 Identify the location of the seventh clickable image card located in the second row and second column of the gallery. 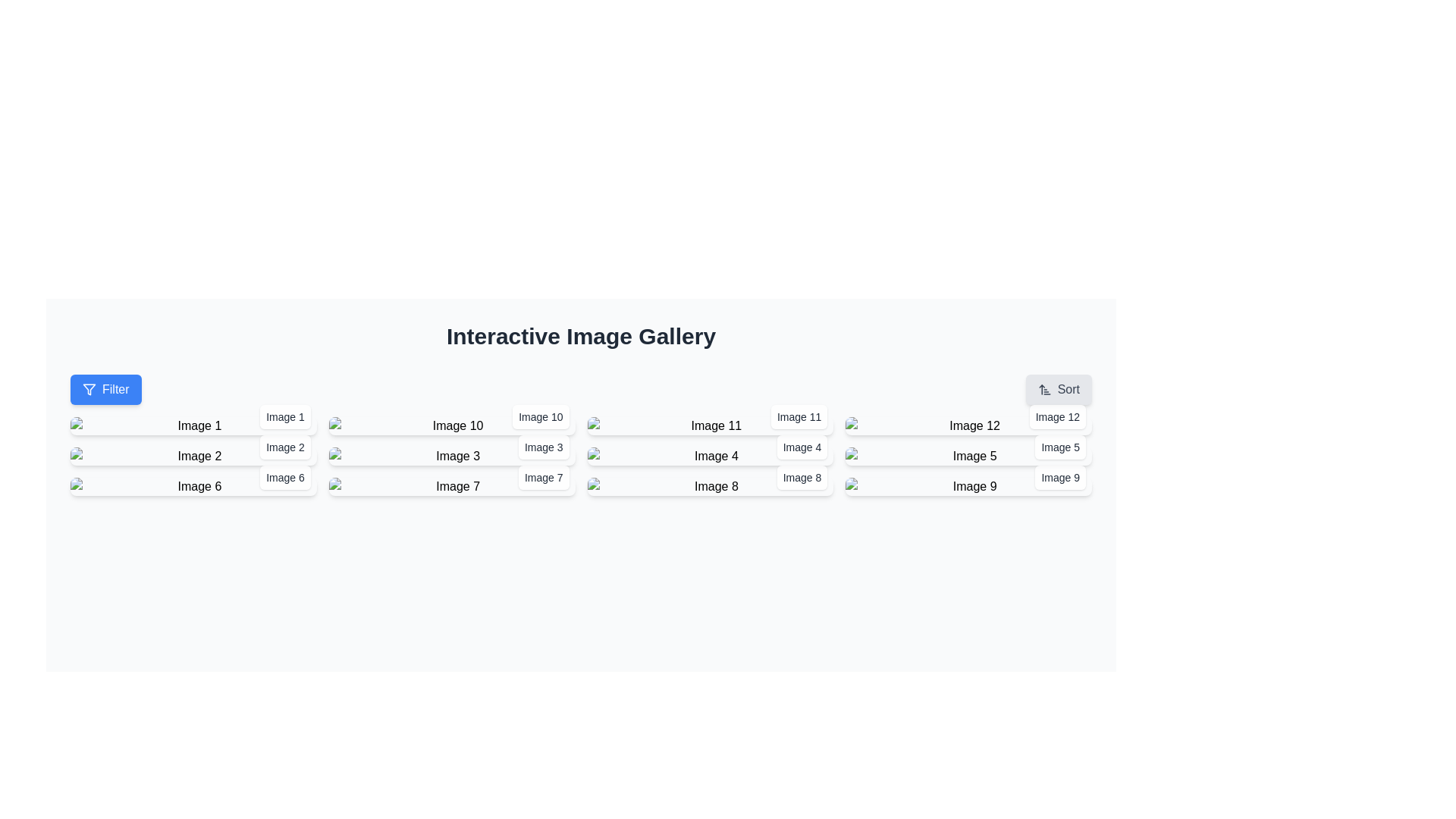
(451, 486).